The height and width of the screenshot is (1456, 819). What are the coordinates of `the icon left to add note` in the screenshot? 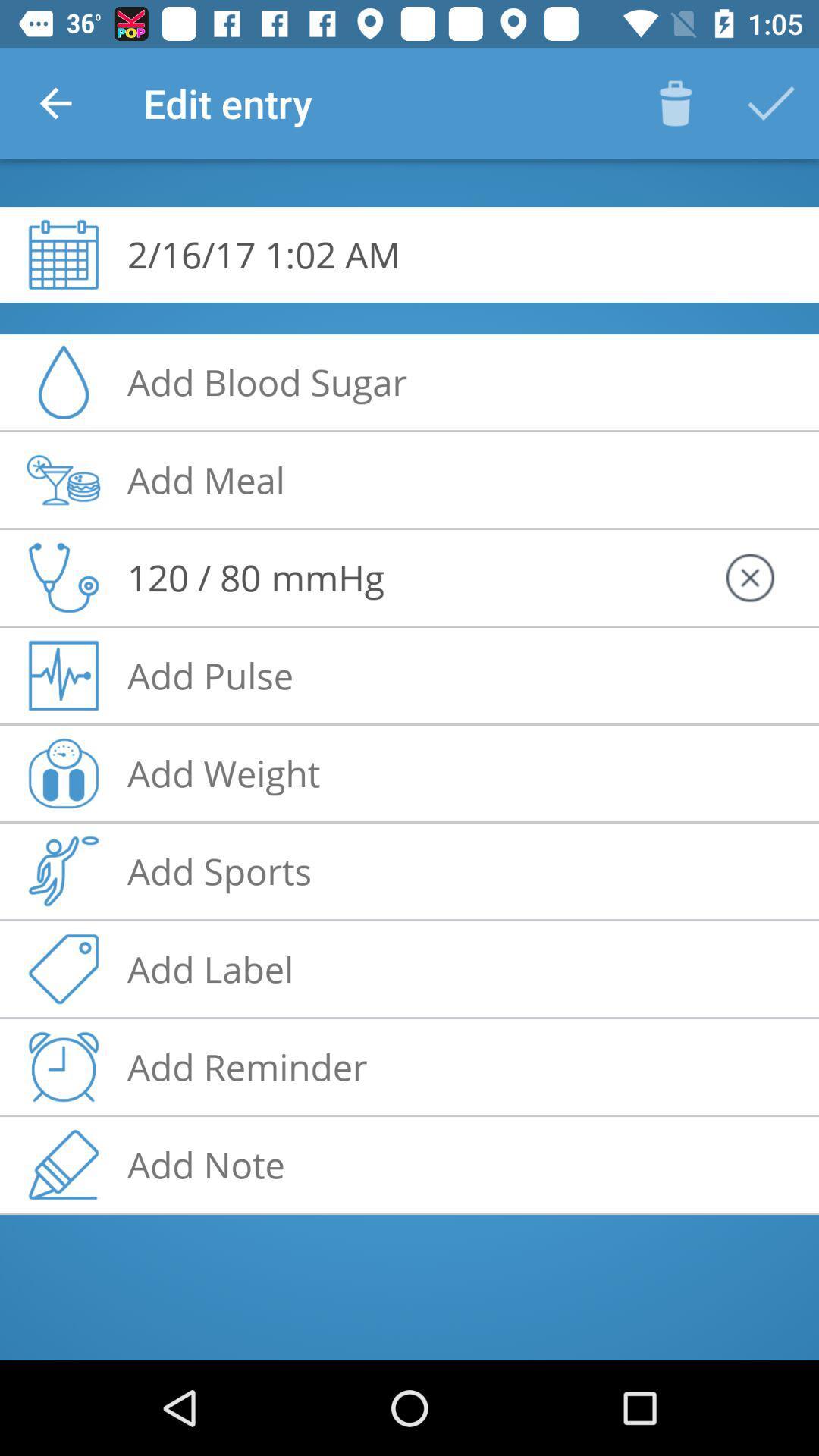 It's located at (63, 1164).